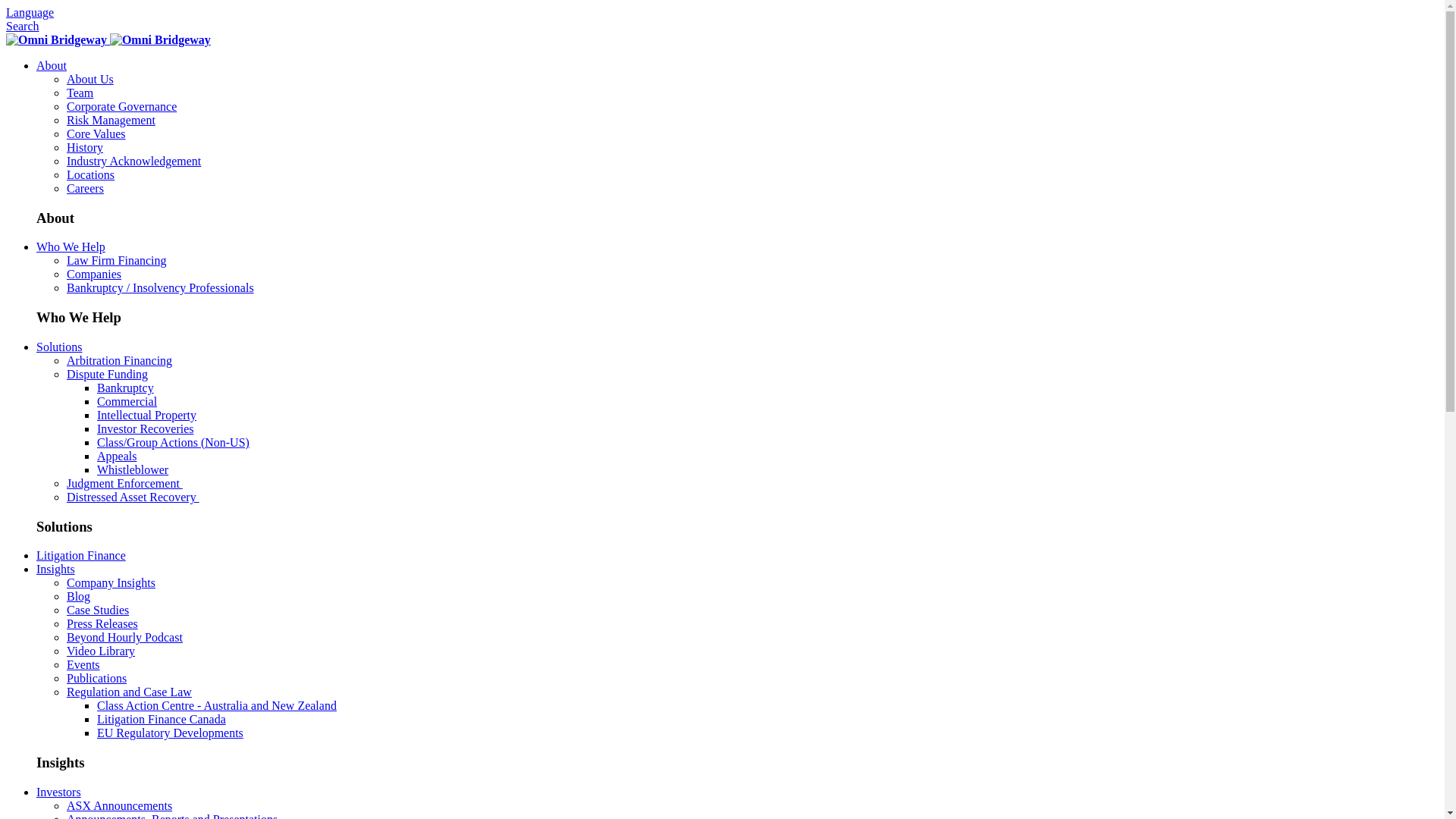 This screenshot has height=819, width=1456. I want to click on 'About', so click(51, 64).